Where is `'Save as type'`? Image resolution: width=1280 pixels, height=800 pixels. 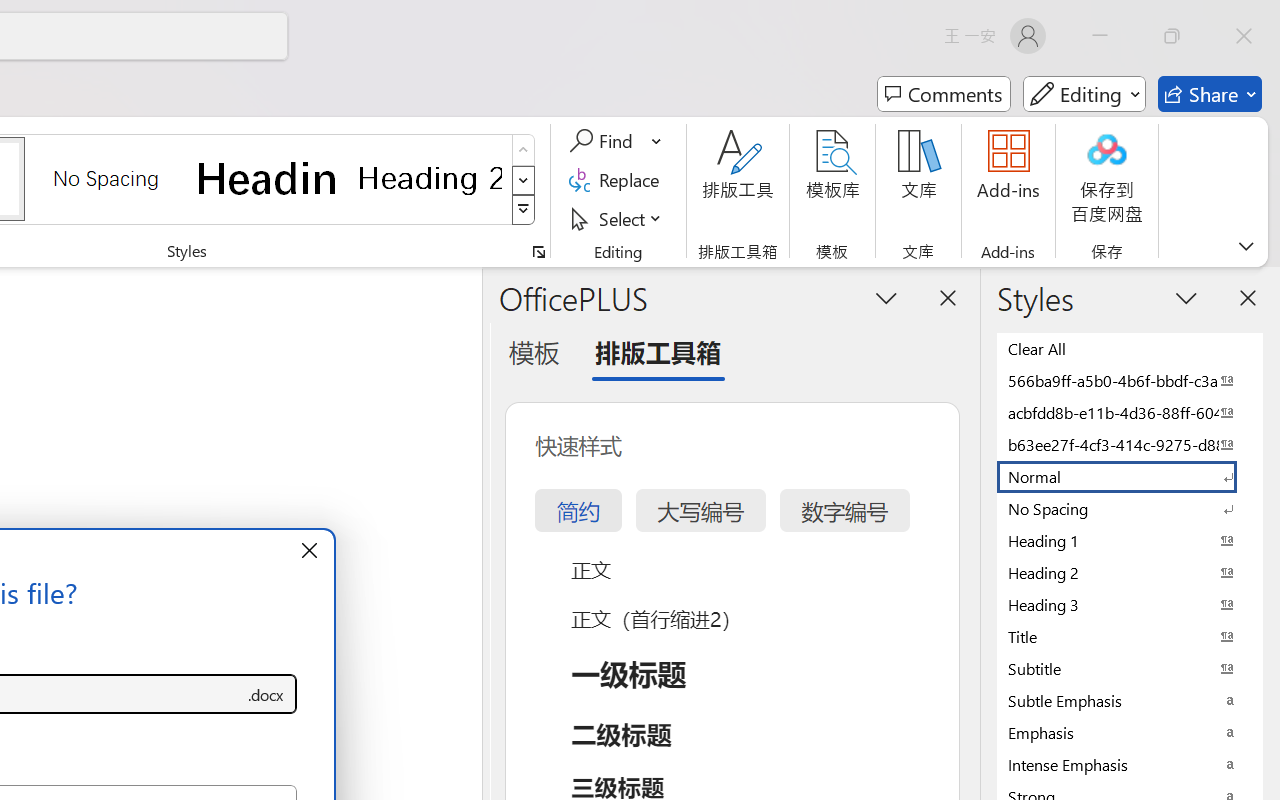
'Save as type' is located at coordinates (264, 694).